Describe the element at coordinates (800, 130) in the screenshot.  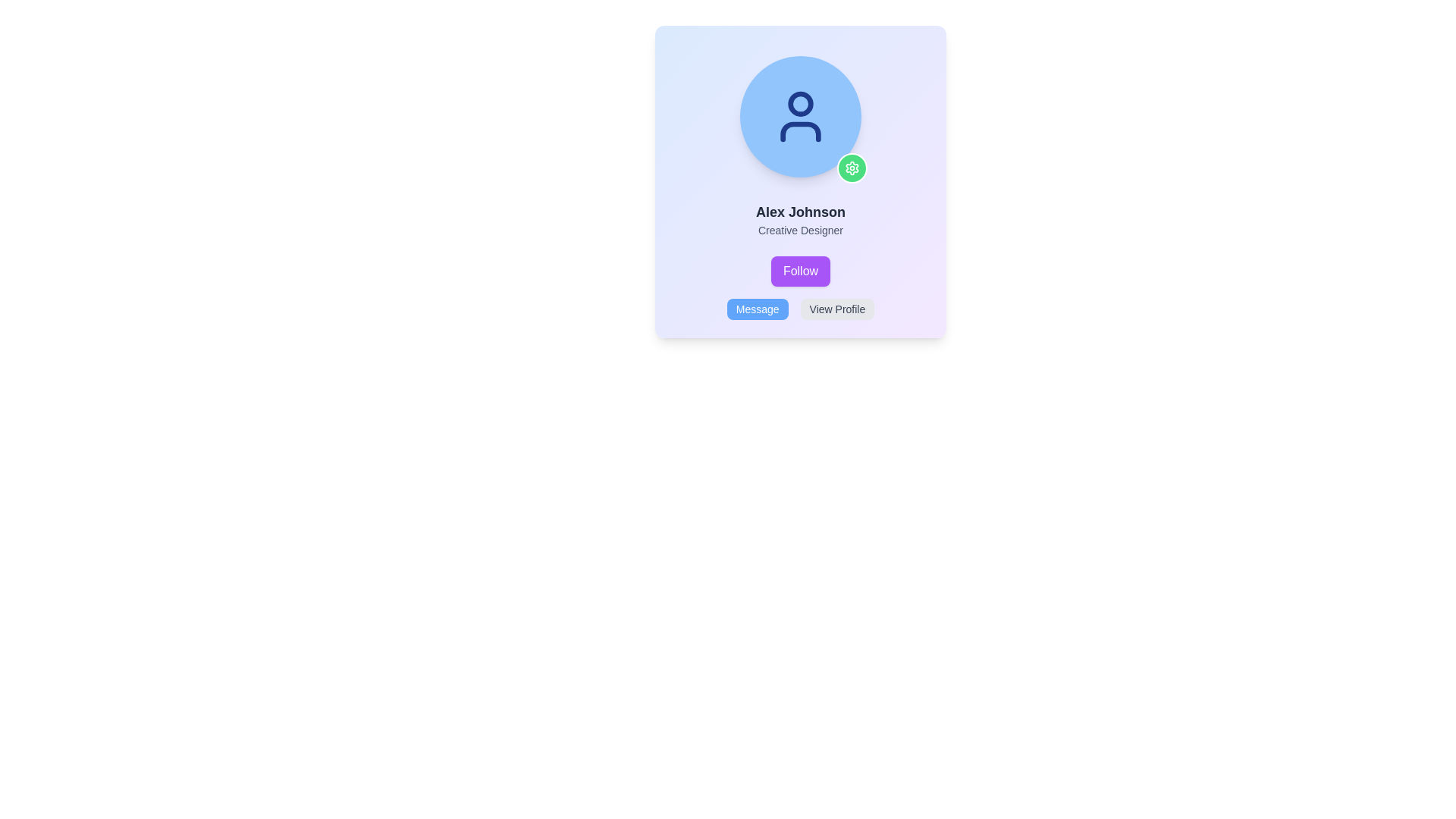
I see `the decorative semi-circular arc element located at the bottom of the user icon graphic` at that location.